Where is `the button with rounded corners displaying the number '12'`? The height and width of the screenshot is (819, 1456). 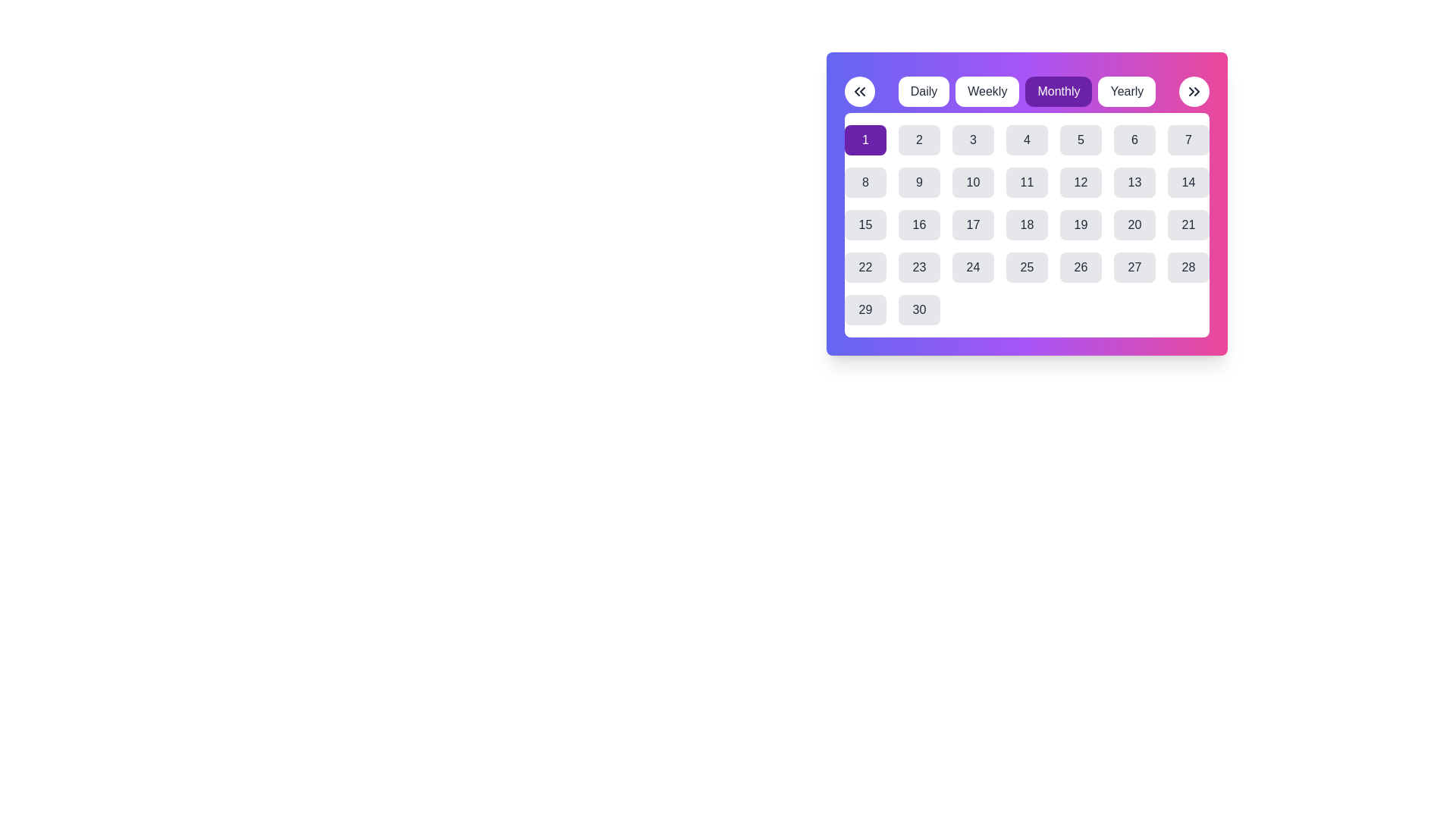
the button with rounded corners displaying the number '12' is located at coordinates (1080, 181).